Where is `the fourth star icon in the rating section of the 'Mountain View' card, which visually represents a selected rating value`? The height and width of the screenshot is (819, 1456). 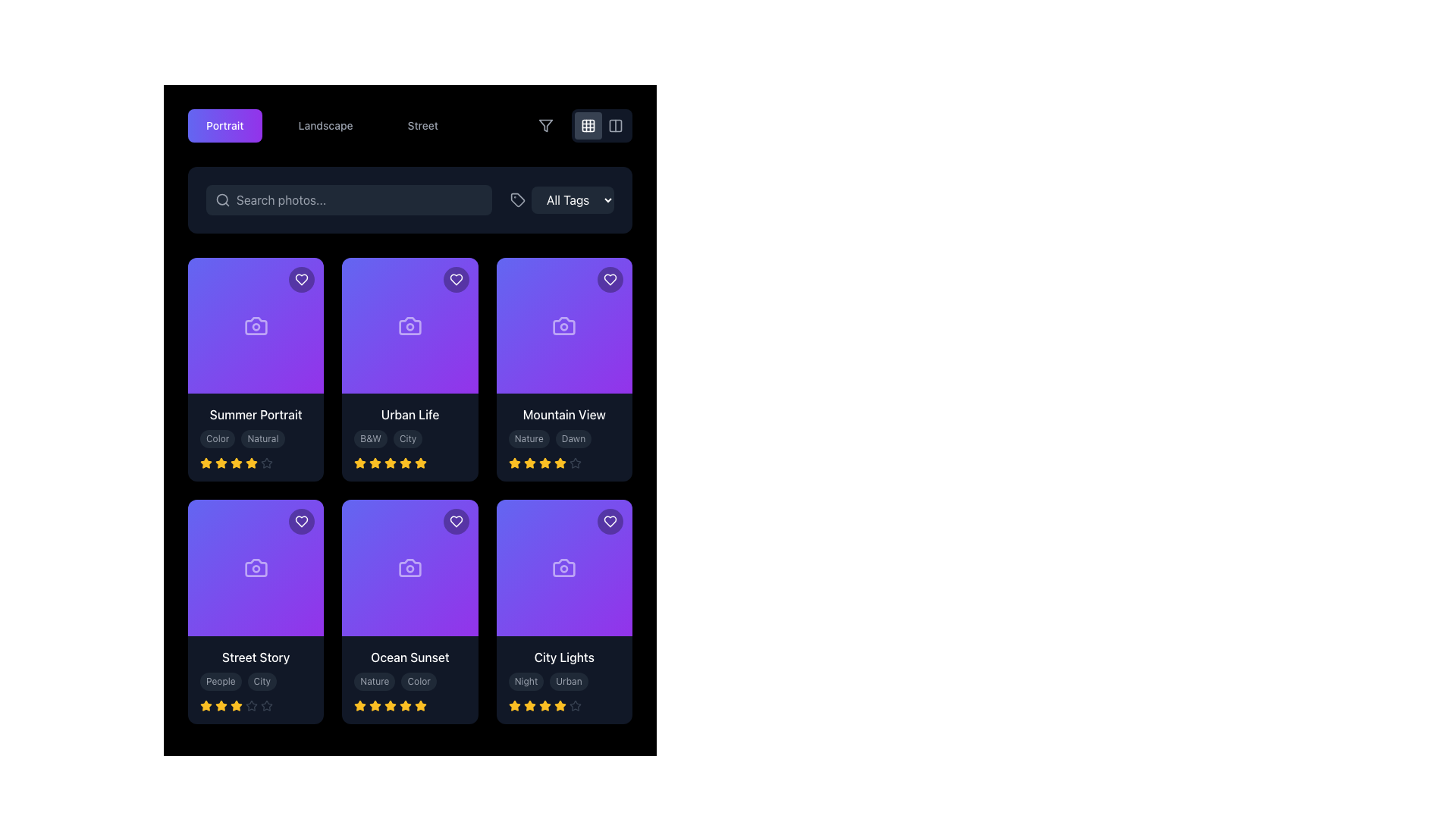 the fourth star icon in the rating section of the 'Mountain View' card, which visually represents a selected rating value is located at coordinates (559, 463).